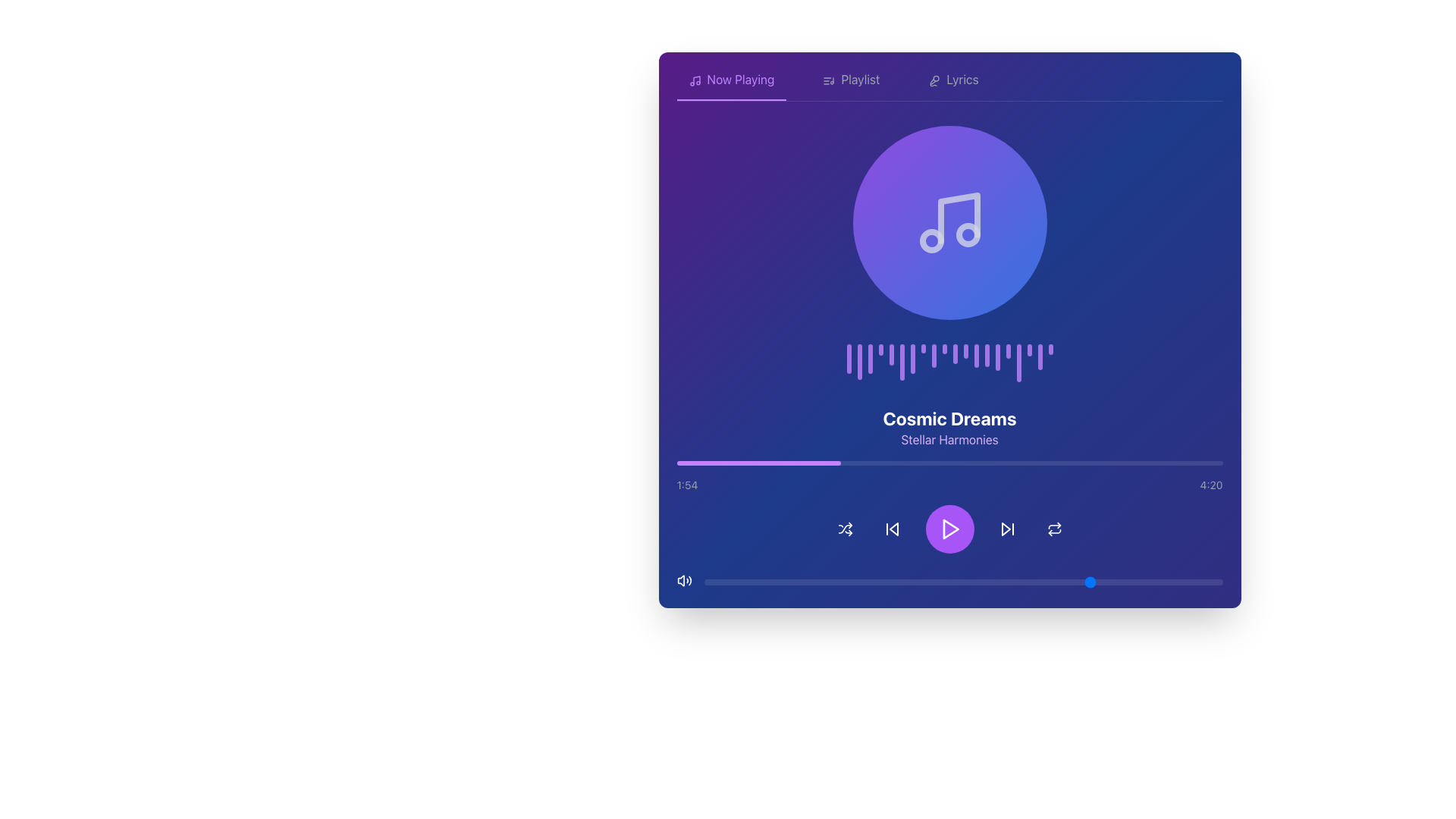  What do you see at coordinates (823, 462) in the screenshot?
I see `playback progress` at bounding box center [823, 462].